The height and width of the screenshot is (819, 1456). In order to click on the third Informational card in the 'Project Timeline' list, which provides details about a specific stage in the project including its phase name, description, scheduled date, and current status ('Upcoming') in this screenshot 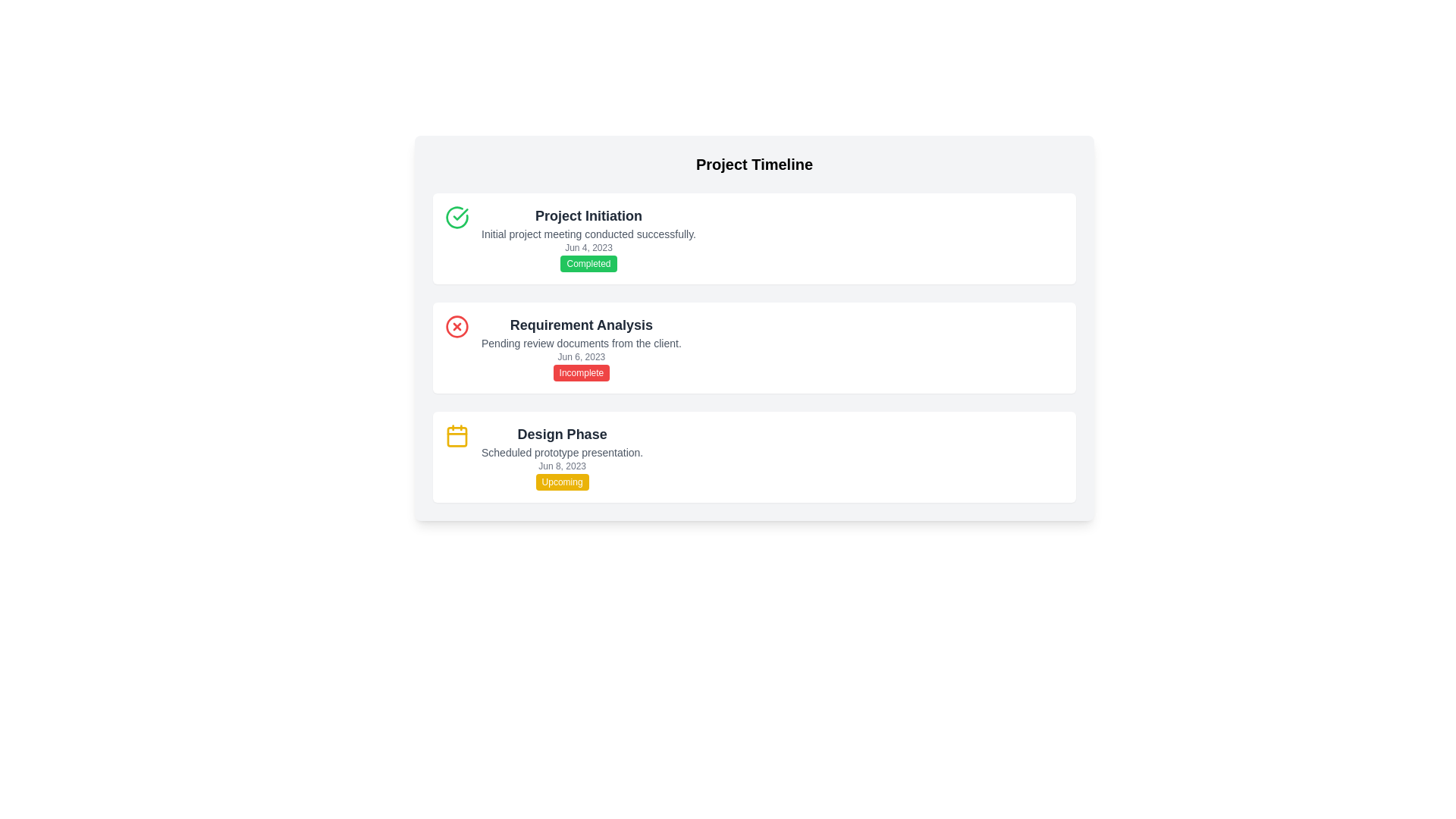, I will do `click(561, 456)`.